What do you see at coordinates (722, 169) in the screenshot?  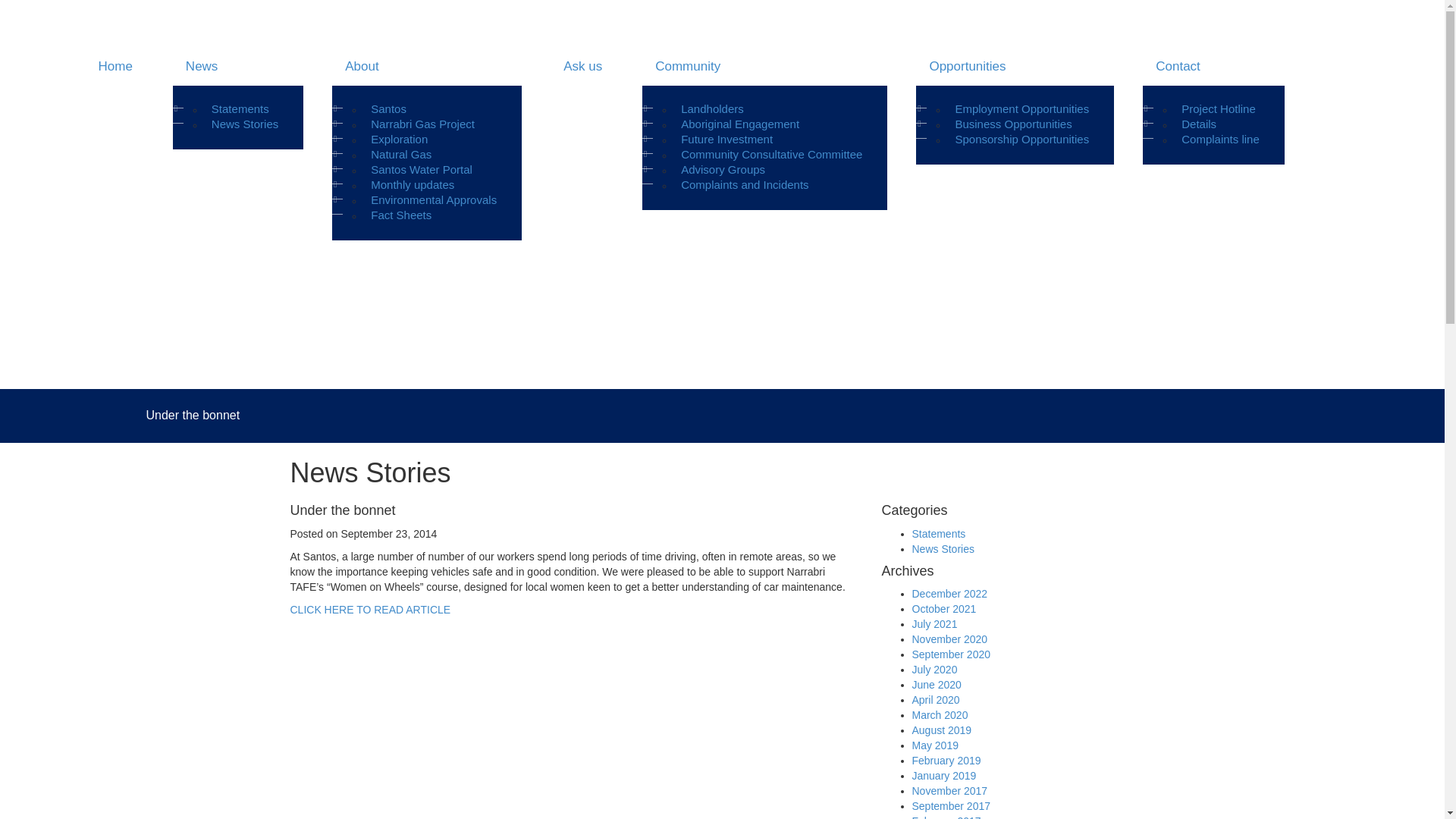 I see `'Advisory Groups'` at bounding box center [722, 169].